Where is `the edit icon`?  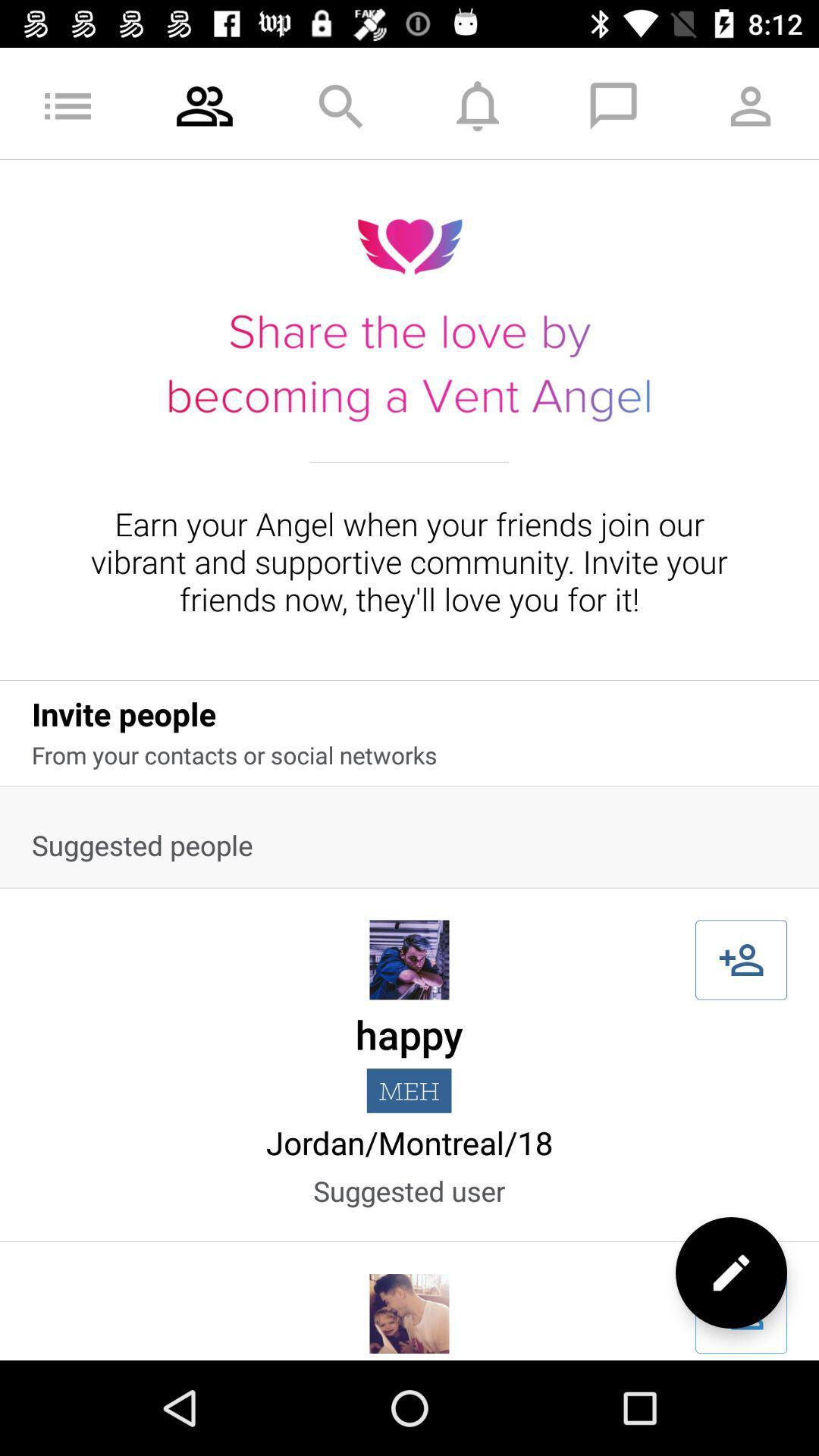
the edit icon is located at coordinates (730, 1272).